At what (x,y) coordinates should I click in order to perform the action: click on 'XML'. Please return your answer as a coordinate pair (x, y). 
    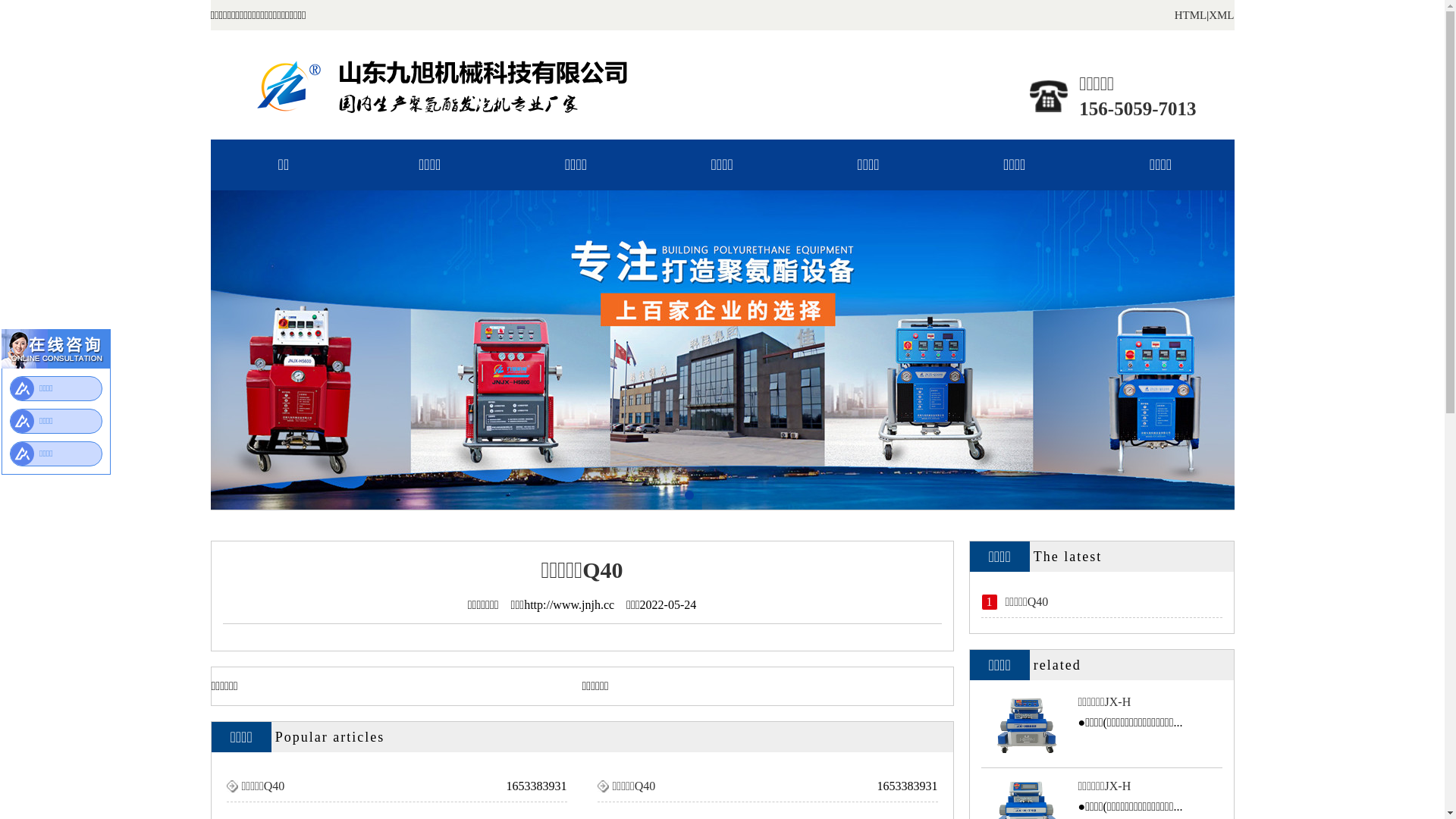
    Looking at the image, I should click on (1207, 14).